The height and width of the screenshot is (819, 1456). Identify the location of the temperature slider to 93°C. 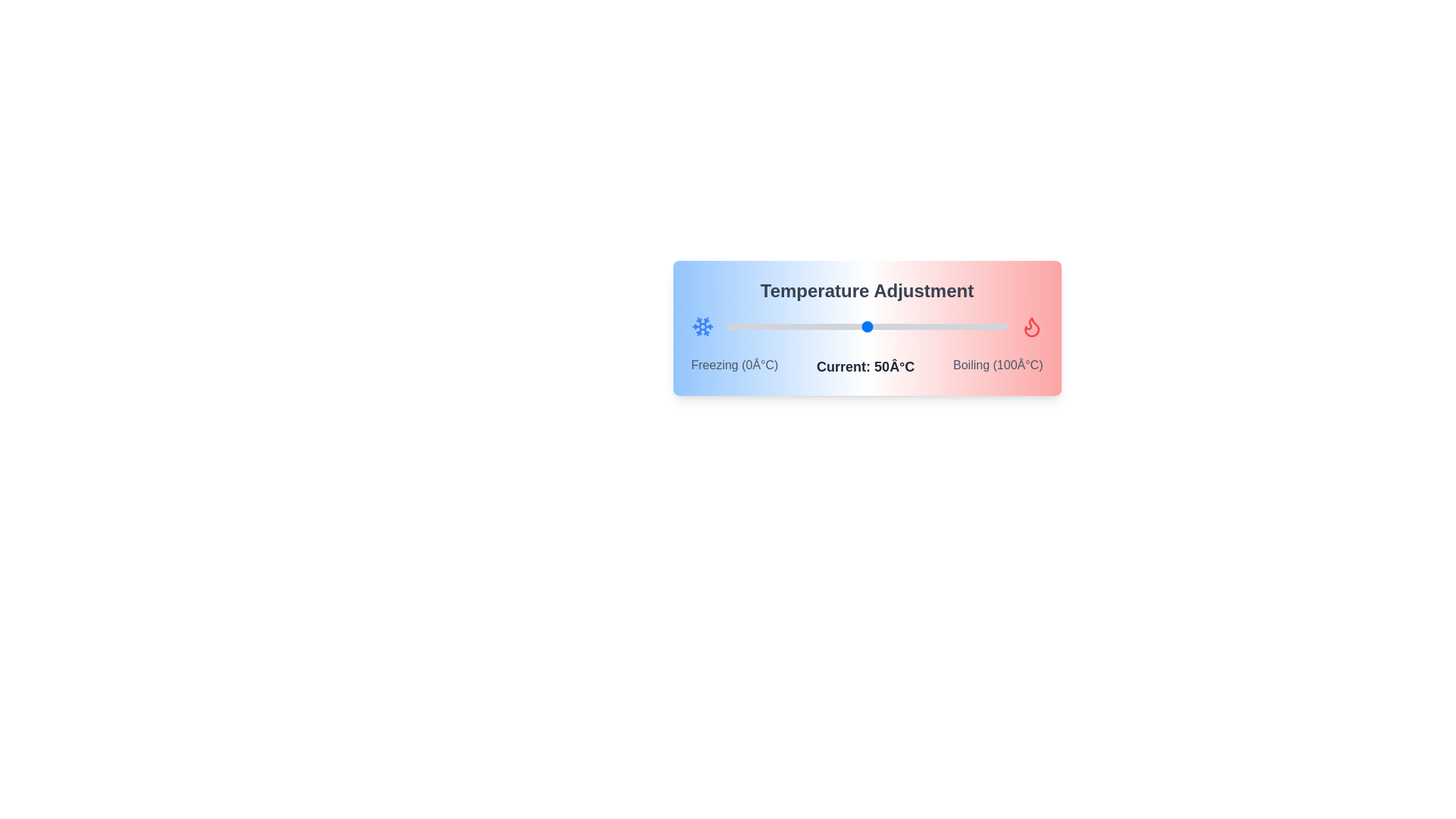
(988, 326).